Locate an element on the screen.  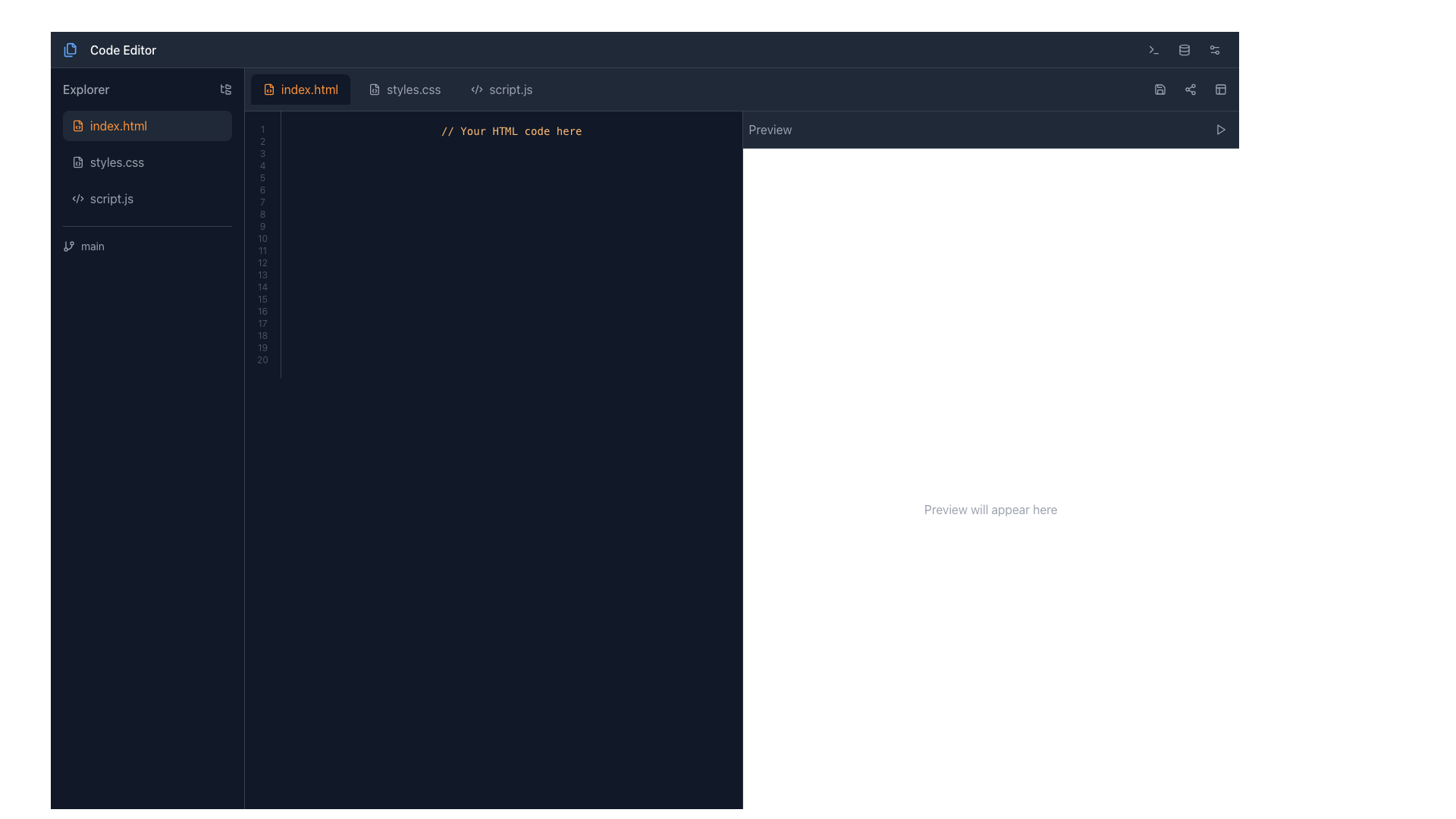
the text label displaying the number '15' located on the left side of the editor in the vertical number list by clicking on its corresponding line is located at coordinates (262, 299).